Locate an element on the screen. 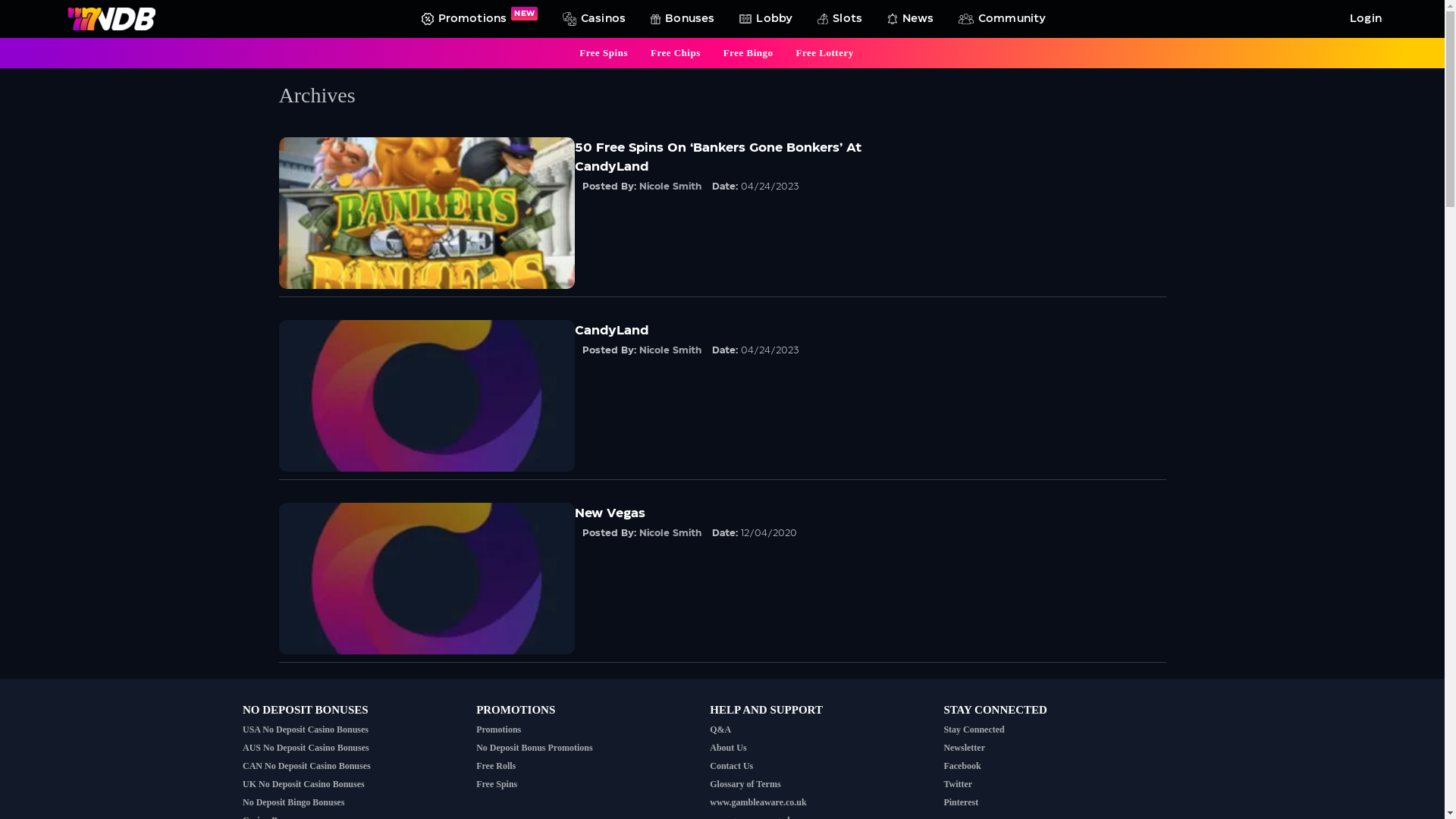 The width and height of the screenshot is (1456, 819). 'Free Bingo' is located at coordinates (723, 52).